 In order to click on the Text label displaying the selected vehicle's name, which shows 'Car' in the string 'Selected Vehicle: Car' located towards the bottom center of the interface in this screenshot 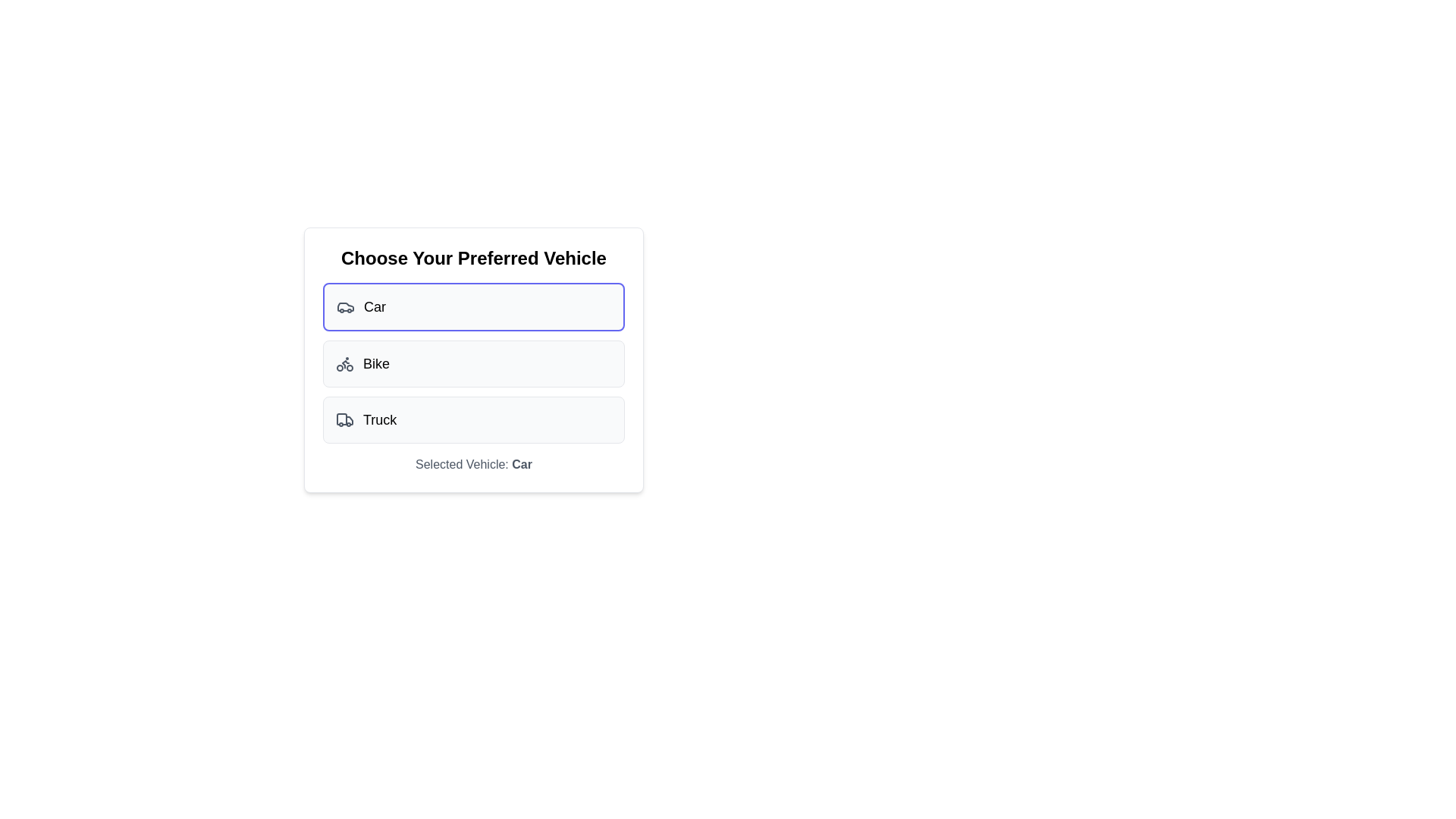, I will do `click(522, 463)`.